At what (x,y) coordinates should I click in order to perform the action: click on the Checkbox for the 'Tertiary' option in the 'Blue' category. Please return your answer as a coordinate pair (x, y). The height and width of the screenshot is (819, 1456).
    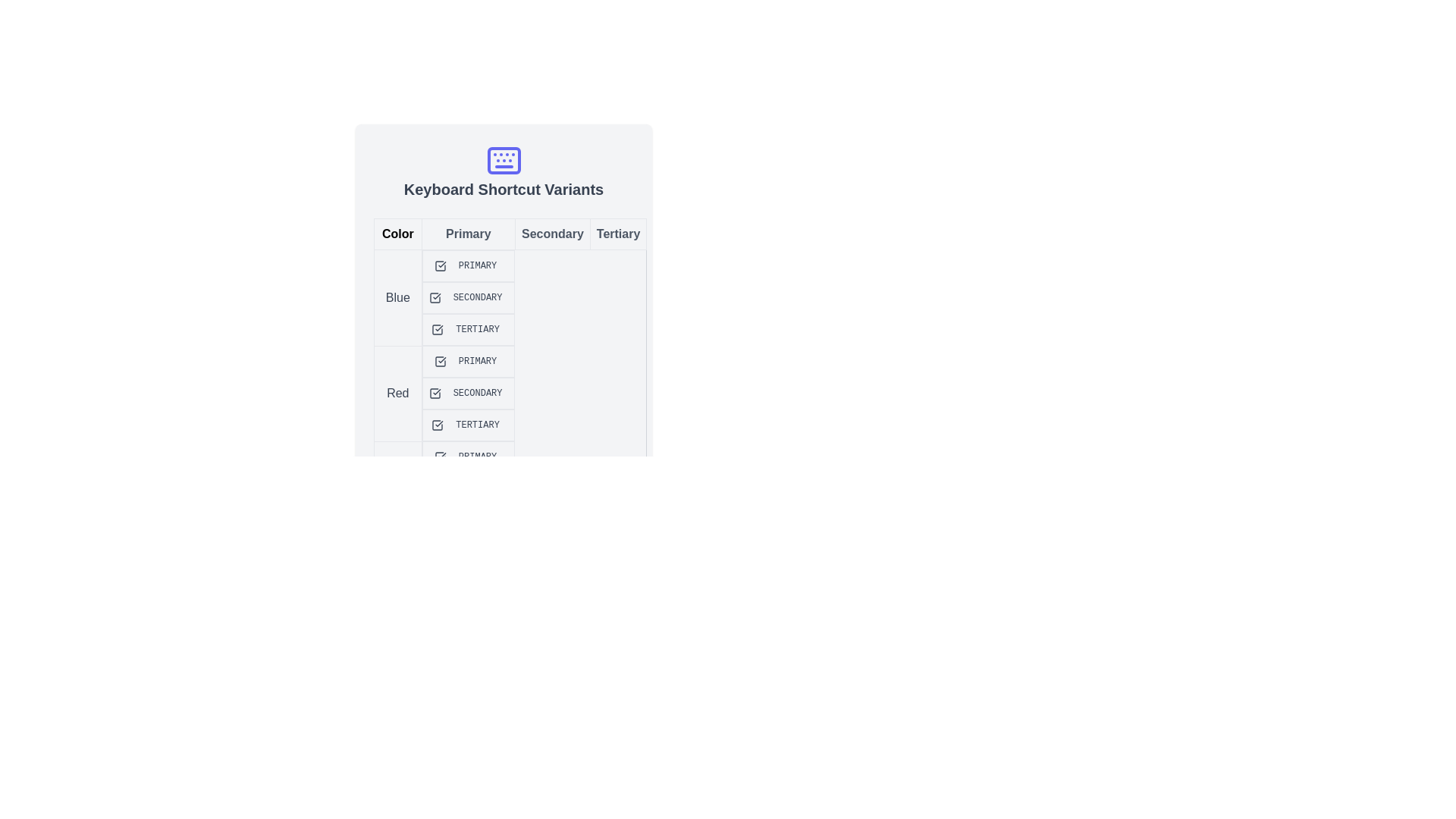
    Looking at the image, I should click on (468, 329).